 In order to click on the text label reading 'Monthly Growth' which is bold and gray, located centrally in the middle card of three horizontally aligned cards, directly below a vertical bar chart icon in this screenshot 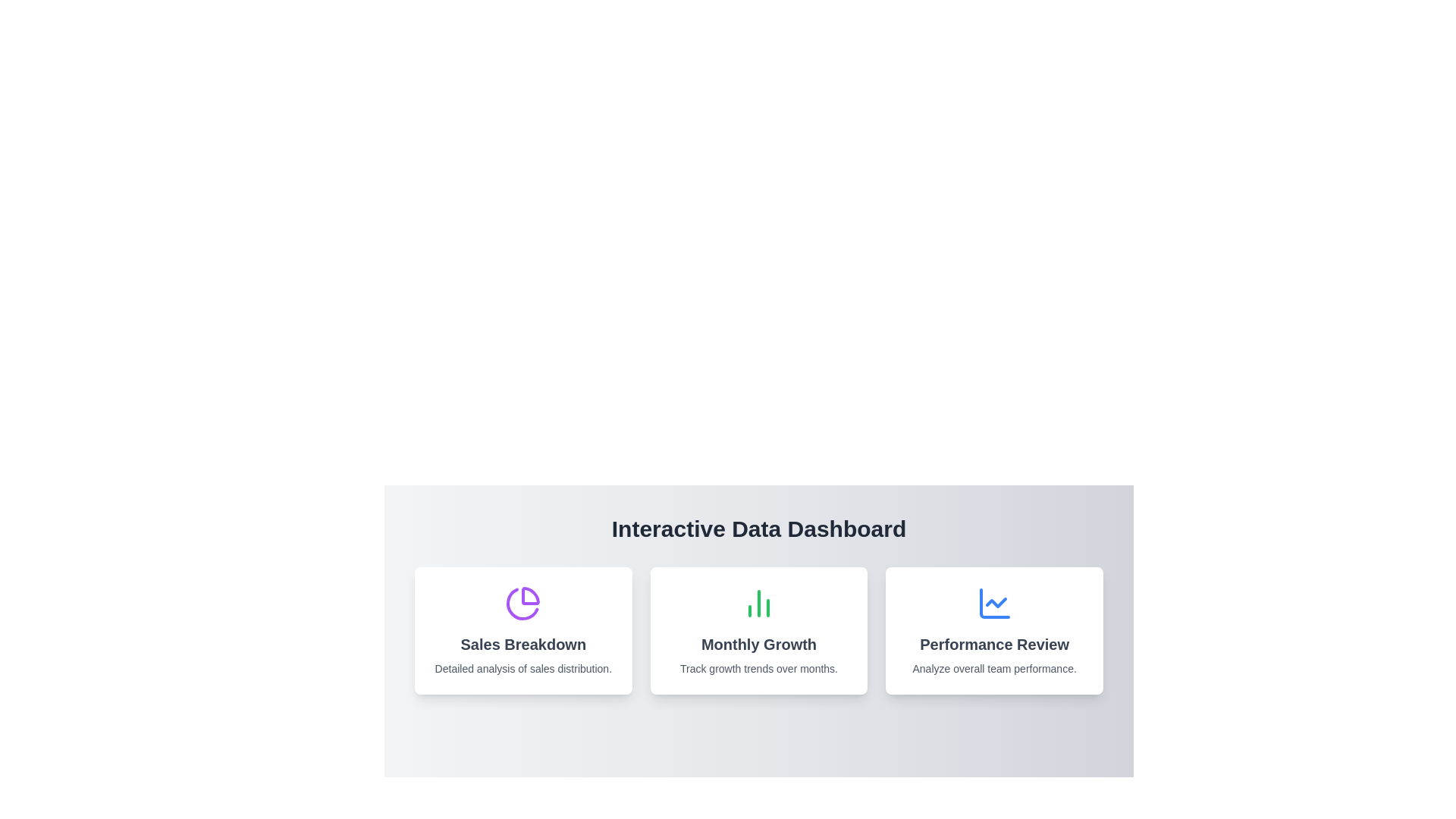, I will do `click(758, 644)`.